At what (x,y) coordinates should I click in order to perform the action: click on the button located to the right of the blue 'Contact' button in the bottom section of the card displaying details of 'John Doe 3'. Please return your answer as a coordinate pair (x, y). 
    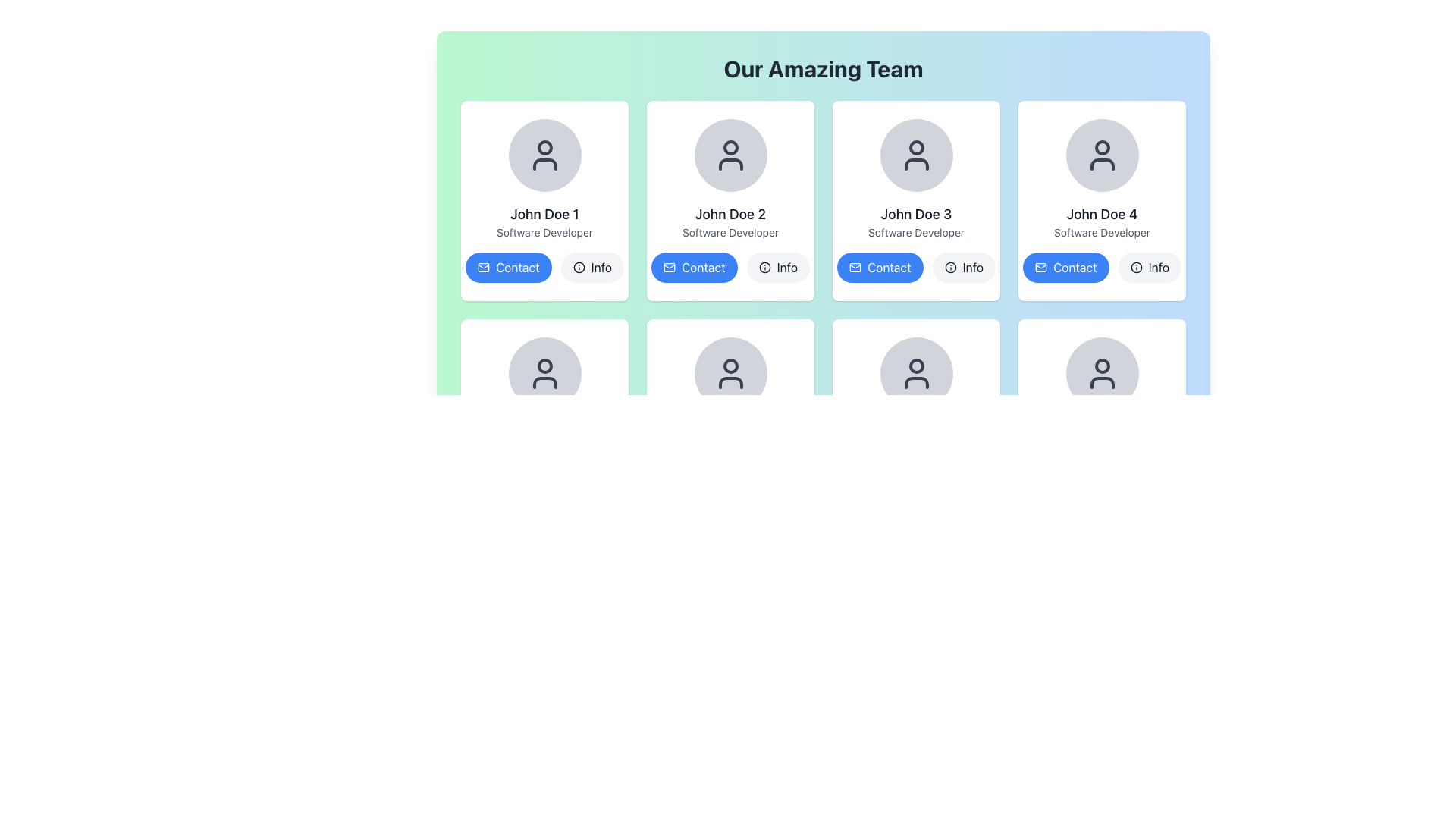
    Looking at the image, I should click on (963, 267).